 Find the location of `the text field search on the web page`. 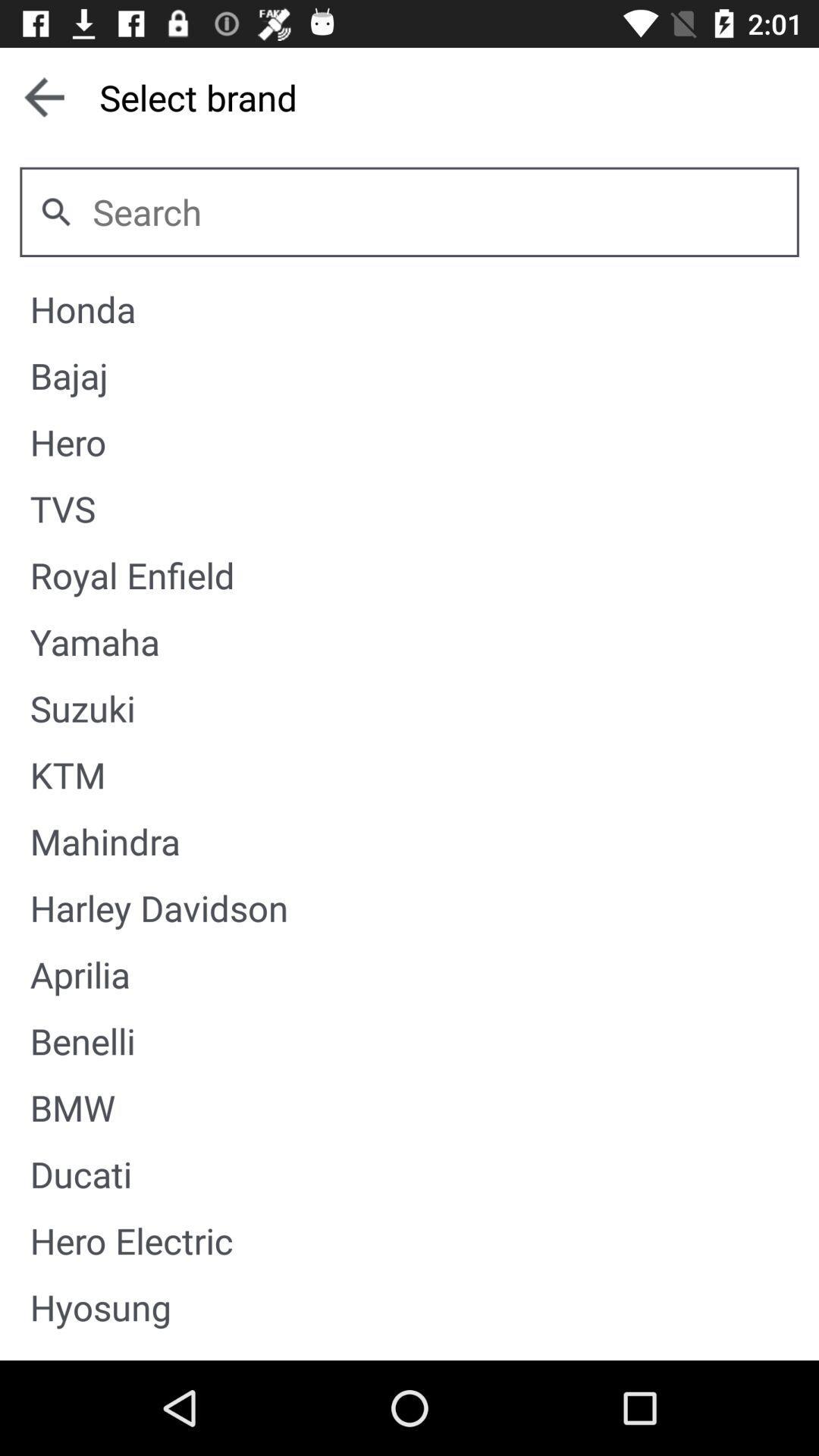

the text field search on the web page is located at coordinates (435, 211).